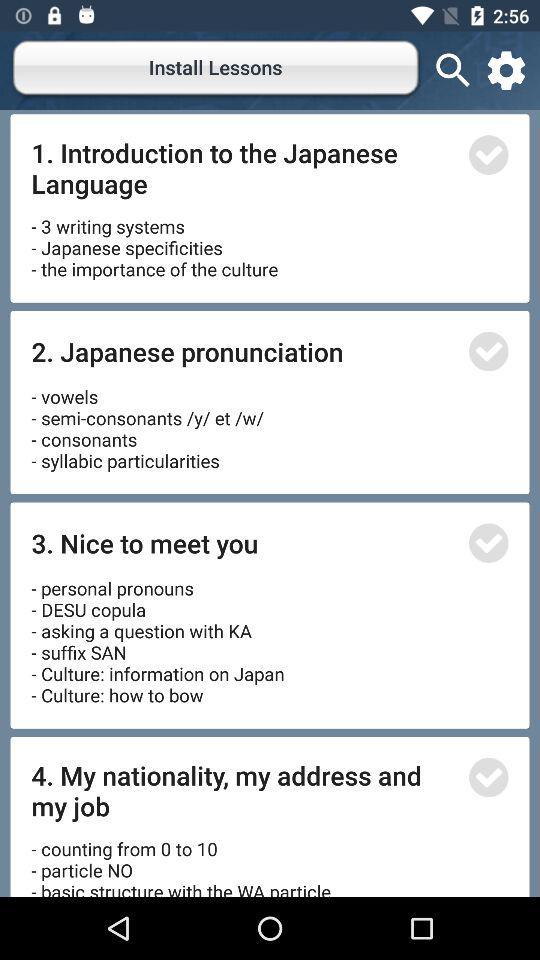 The image size is (540, 960). I want to click on search, so click(453, 70).